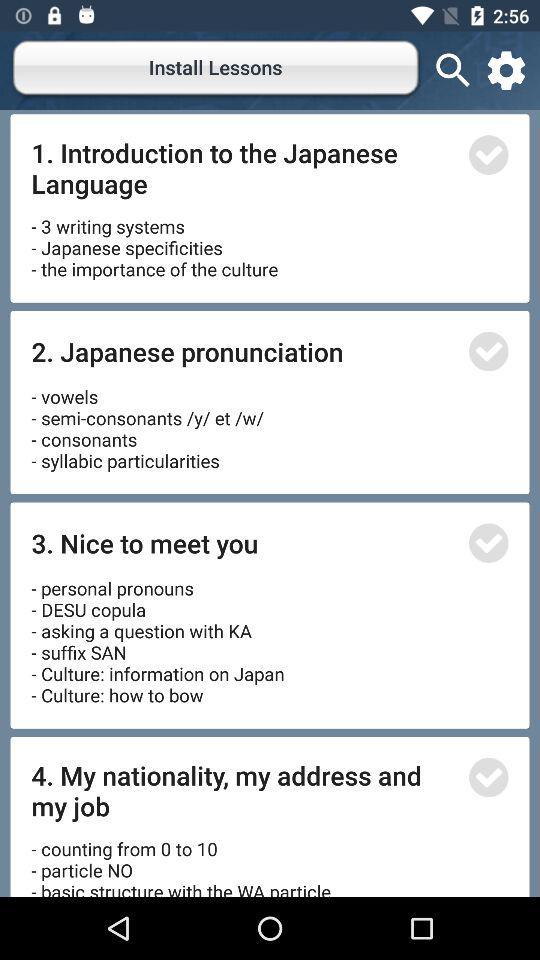 The image size is (540, 960). I want to click on search, so click(453, 70).